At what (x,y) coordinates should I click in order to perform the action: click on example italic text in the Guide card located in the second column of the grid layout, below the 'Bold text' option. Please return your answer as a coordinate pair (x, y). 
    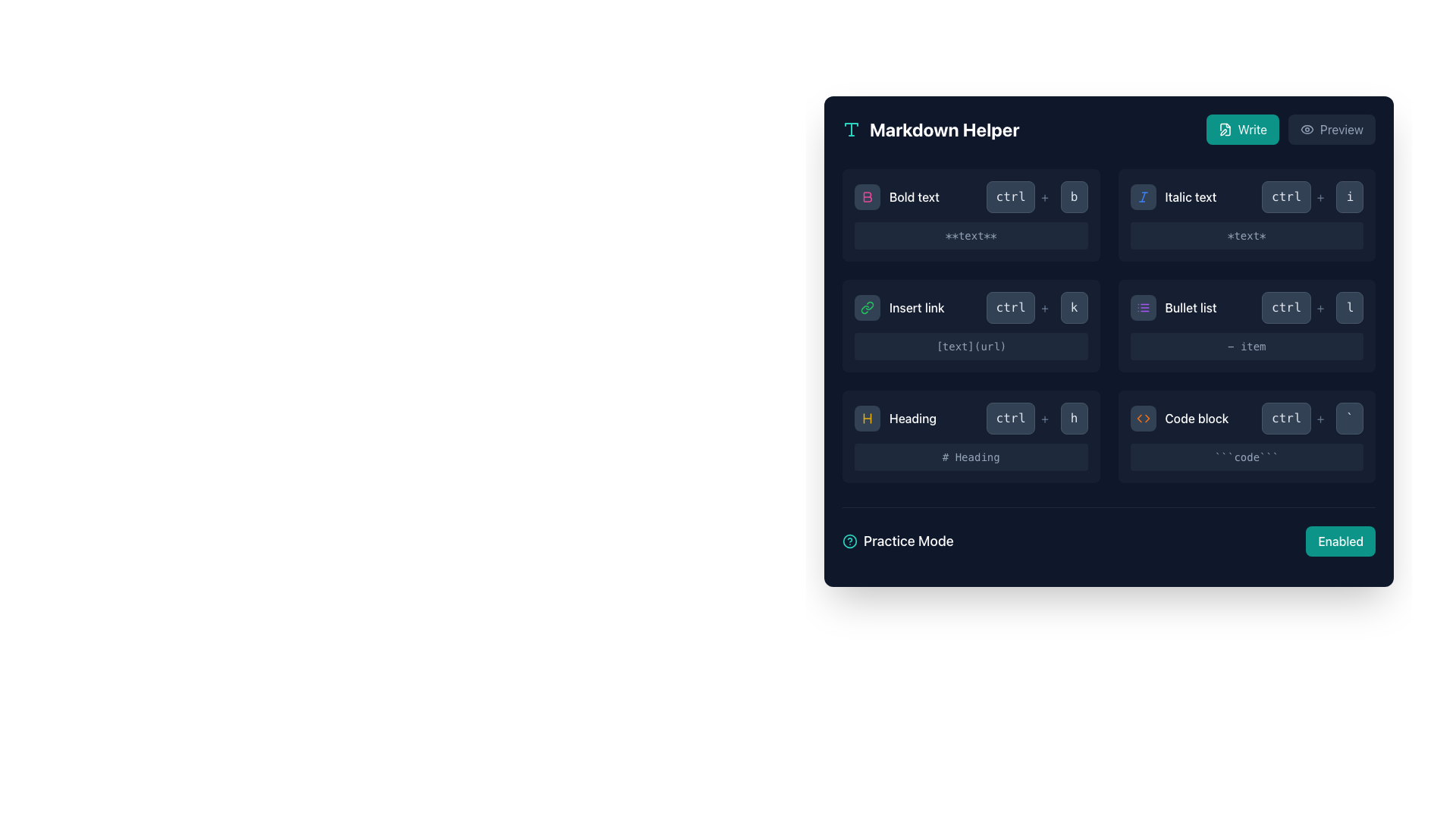
    Looking at the image, I should click on (1247, 215).